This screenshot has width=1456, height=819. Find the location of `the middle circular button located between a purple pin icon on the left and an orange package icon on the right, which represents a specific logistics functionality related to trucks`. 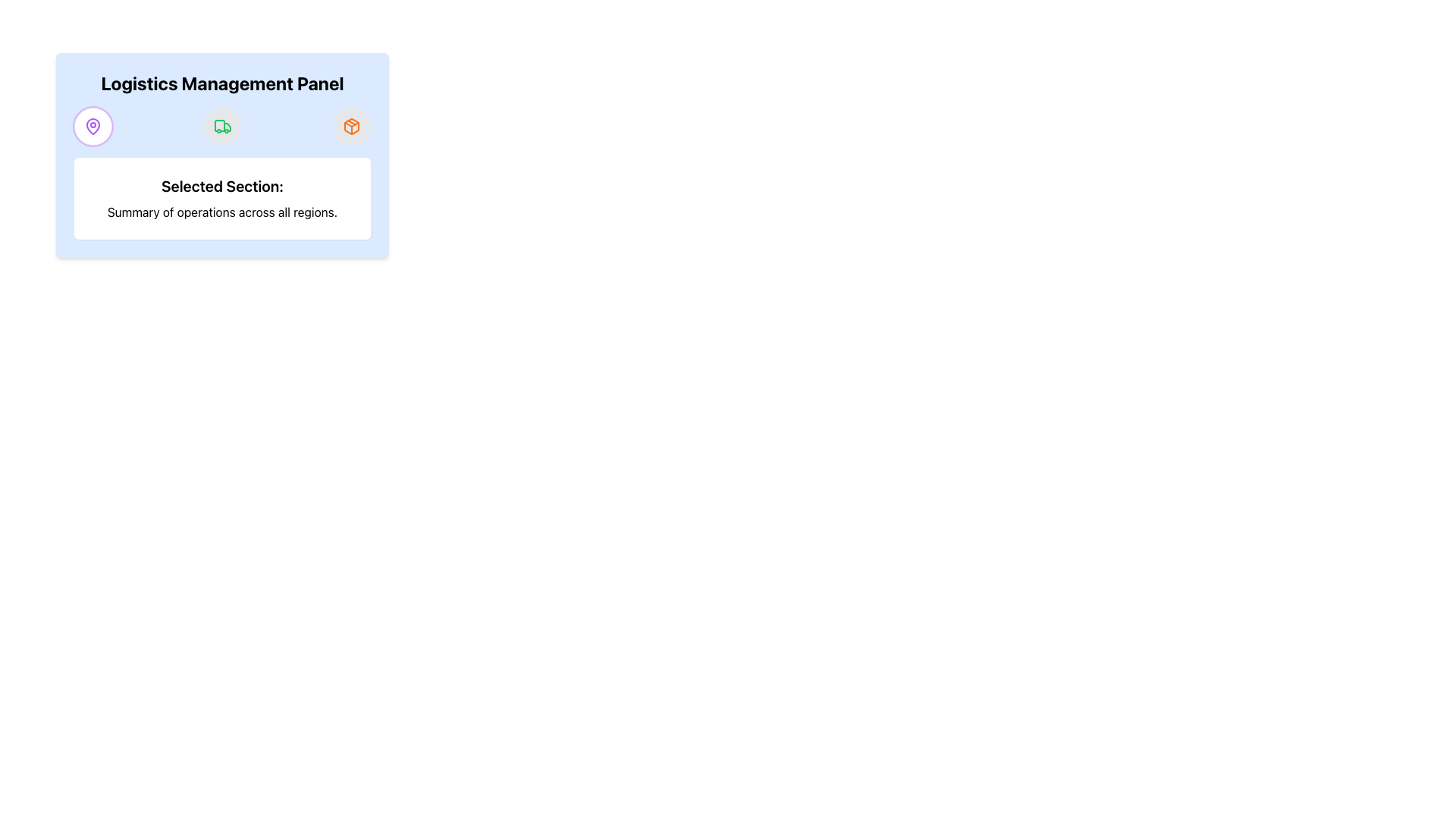

the middle circular button located between a purple pin icon on the left and an orange package icon on the right, which represents a specific logistics functionality related to trucks is located at coordinates (221, 125).